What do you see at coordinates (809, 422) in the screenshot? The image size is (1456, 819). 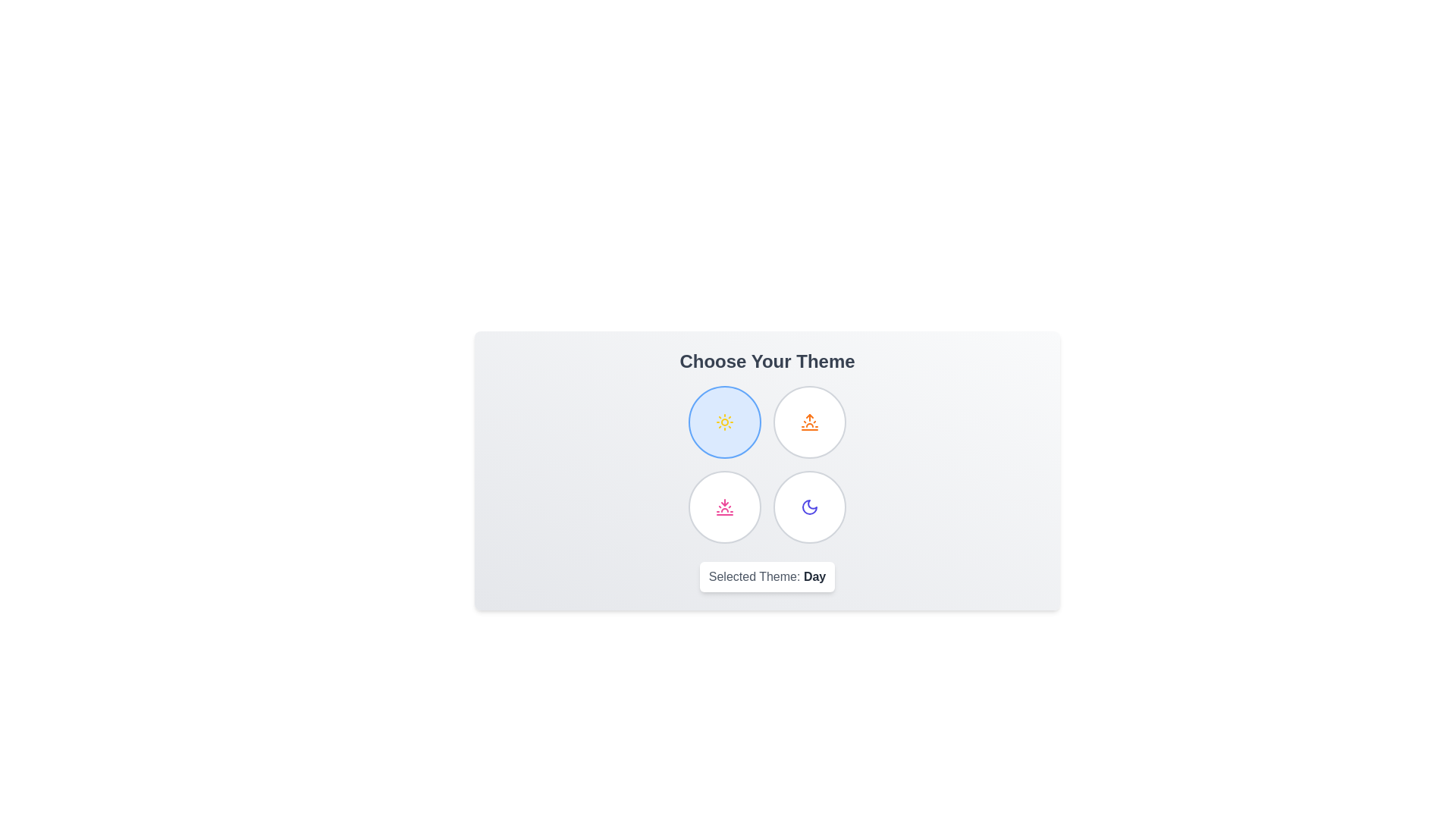 I see `the theme Sunrise by clicking on its respective button` at bounding box center [809, 422].